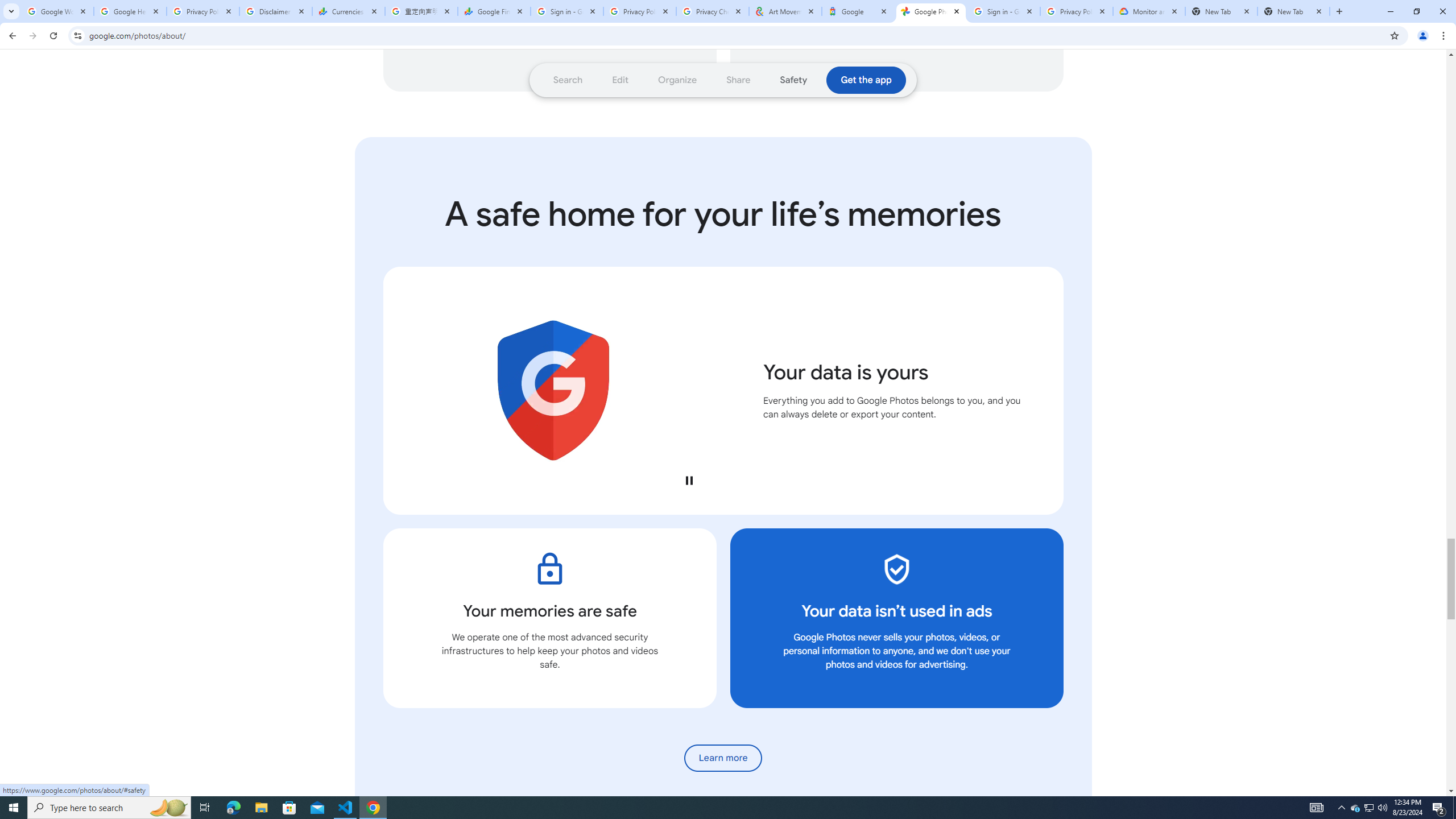  What do you see at coordinates (1293, 11) in the screenshot?
I see `'New Tab'` at bounding box center [1293, 11].